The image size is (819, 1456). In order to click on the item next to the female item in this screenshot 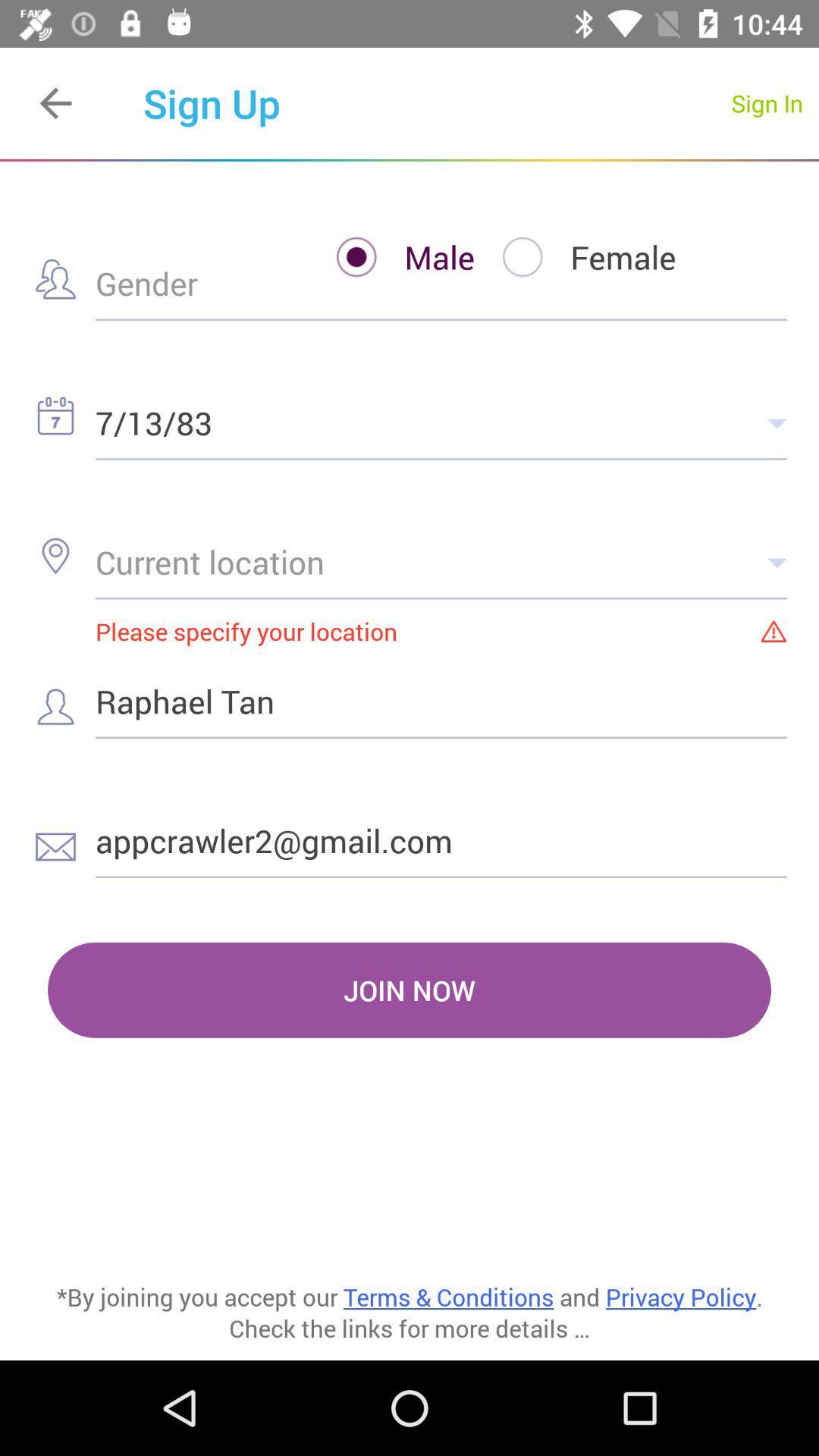, I will do `click(391, 257)`.